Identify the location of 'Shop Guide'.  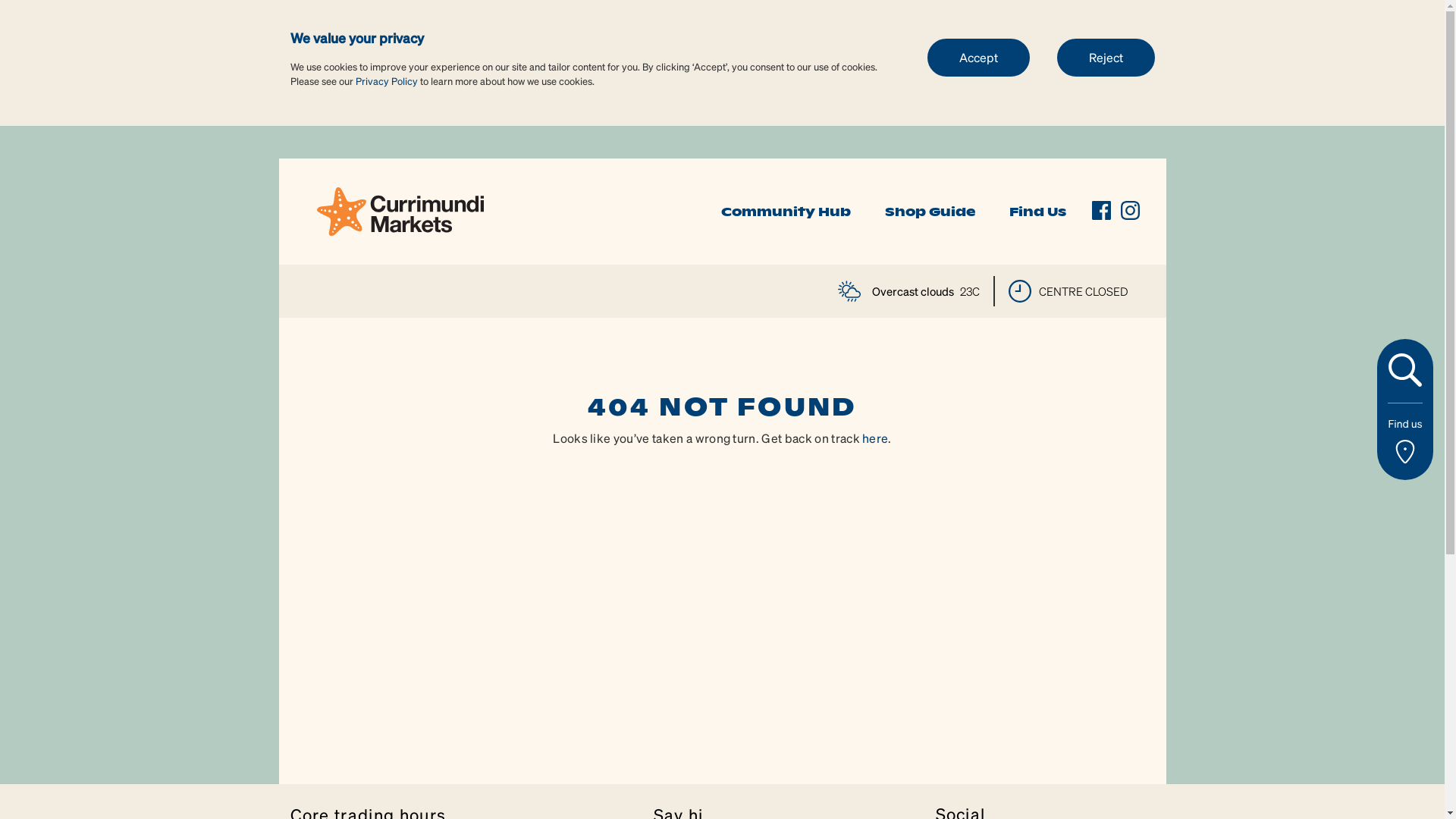
(884, 212).